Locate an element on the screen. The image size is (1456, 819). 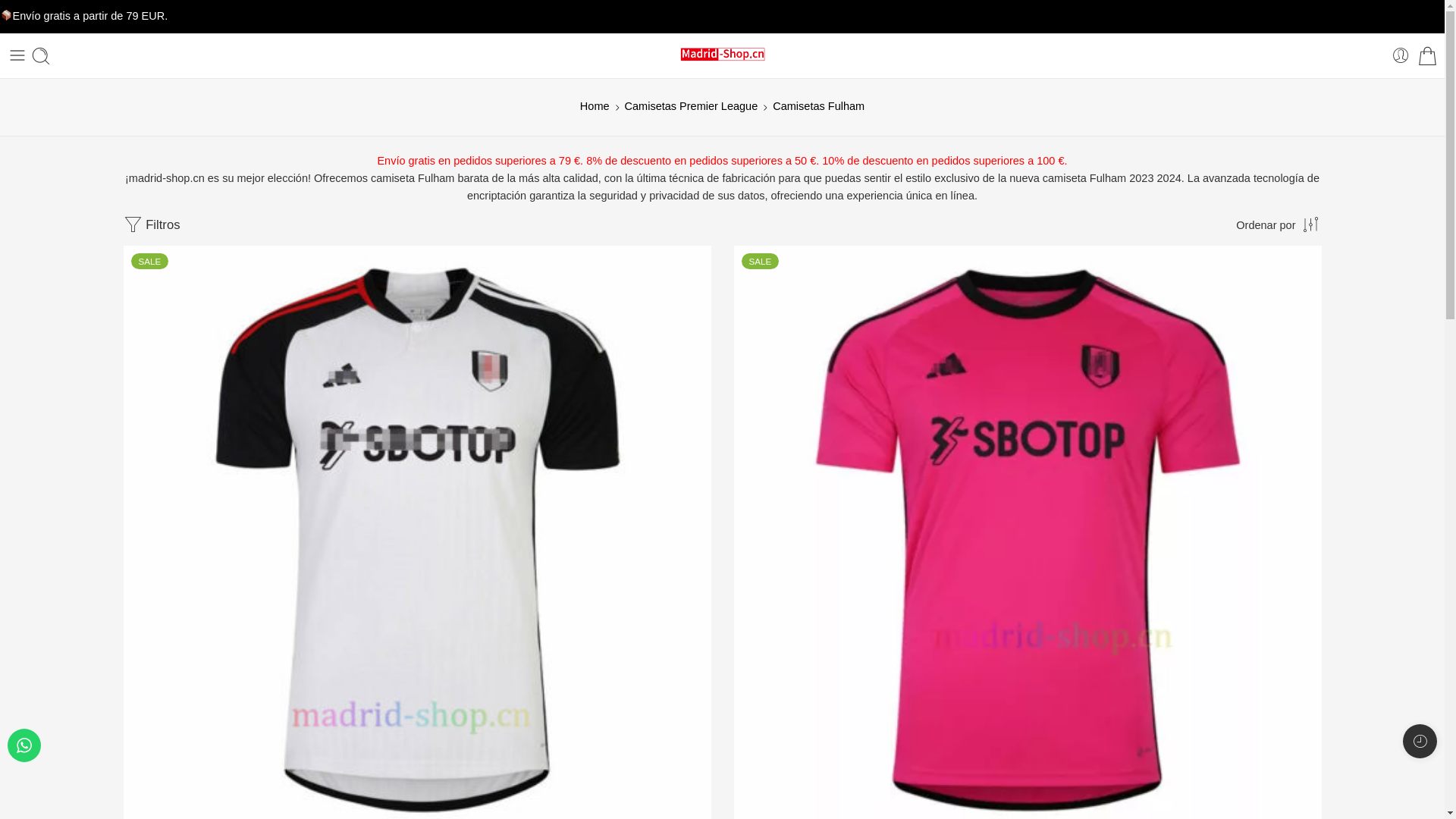
'Recently Viewed' is located at coordinates (1401, 740).